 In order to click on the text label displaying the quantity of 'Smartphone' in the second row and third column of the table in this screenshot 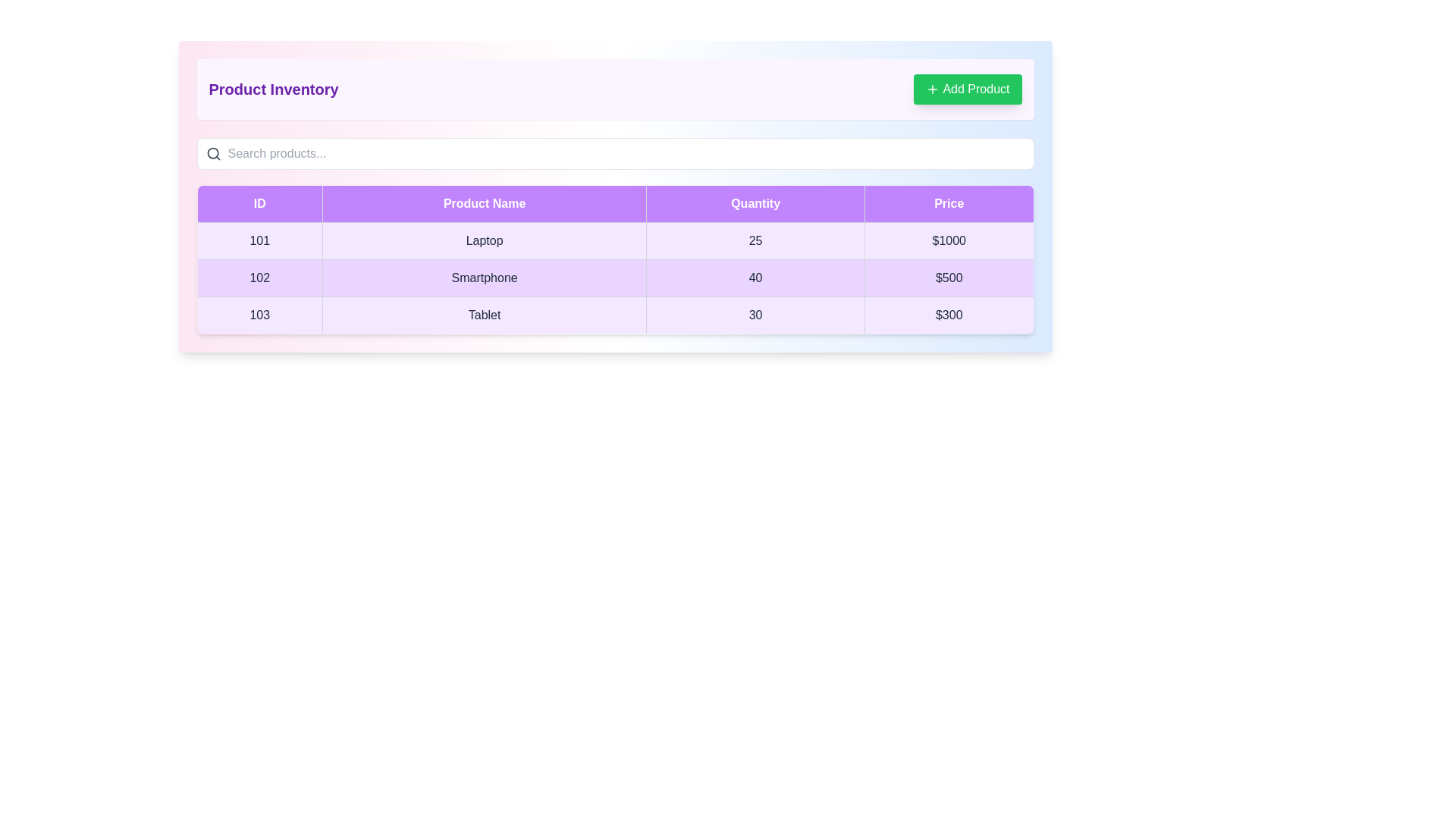, I will do `click(755, 278)`.